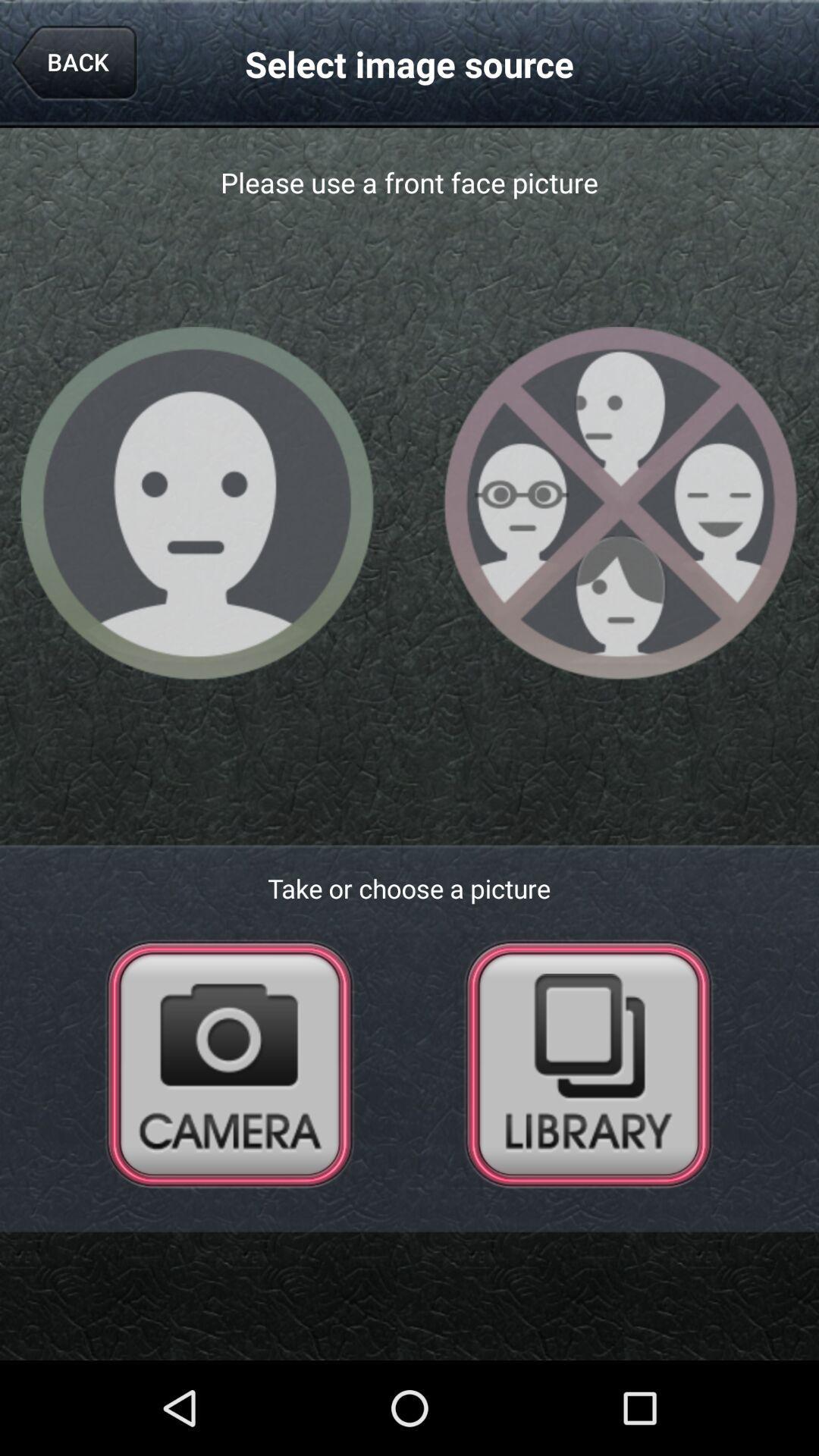 Image resolution: width=819 pixels, height=1456 pixels. I want to click on open camera, so click(230, 1062).